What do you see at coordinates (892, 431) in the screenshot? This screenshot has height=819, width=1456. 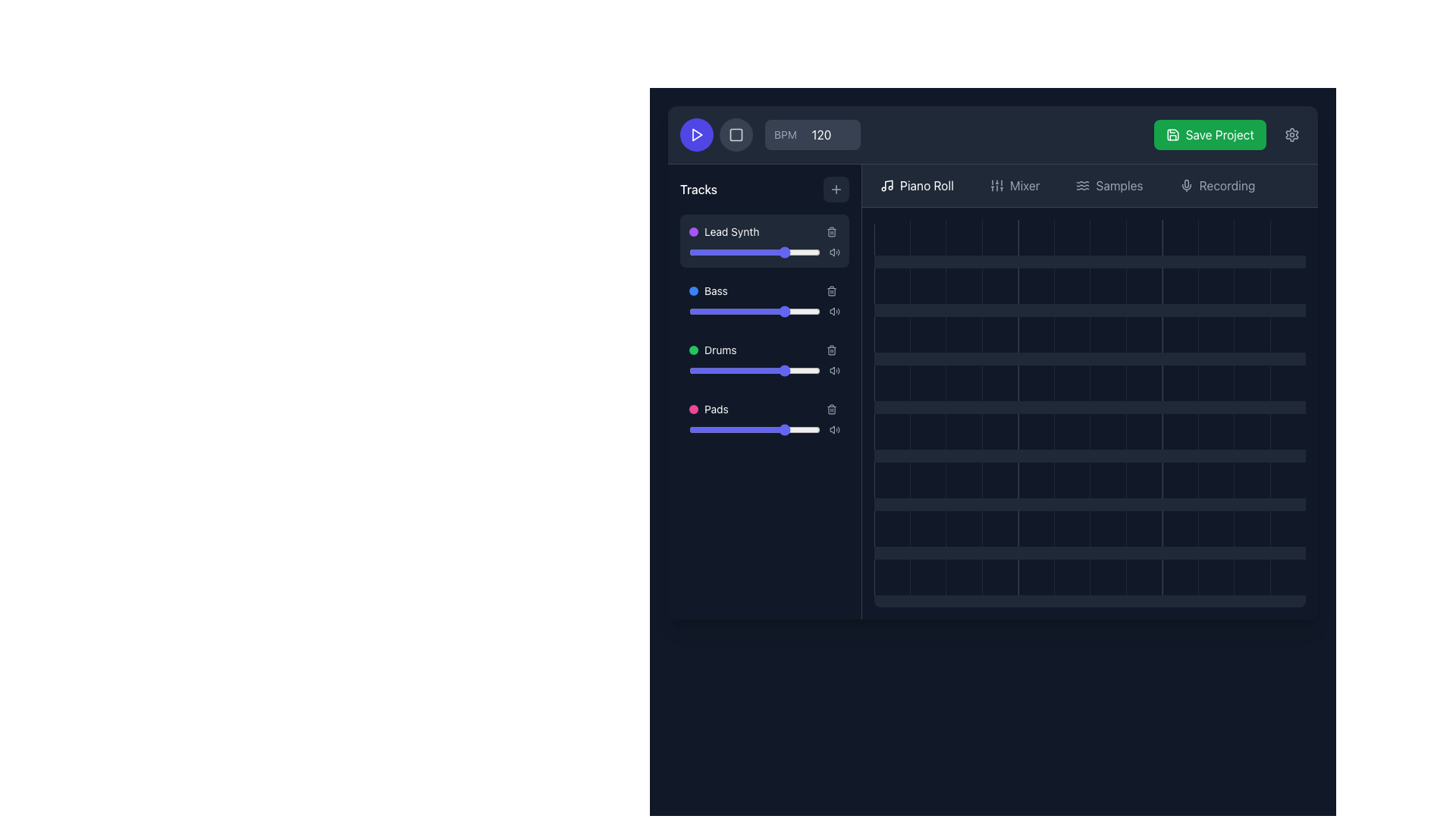 I see `the grid cell element in the sixth row and first column` at bounding box center [892, 431].